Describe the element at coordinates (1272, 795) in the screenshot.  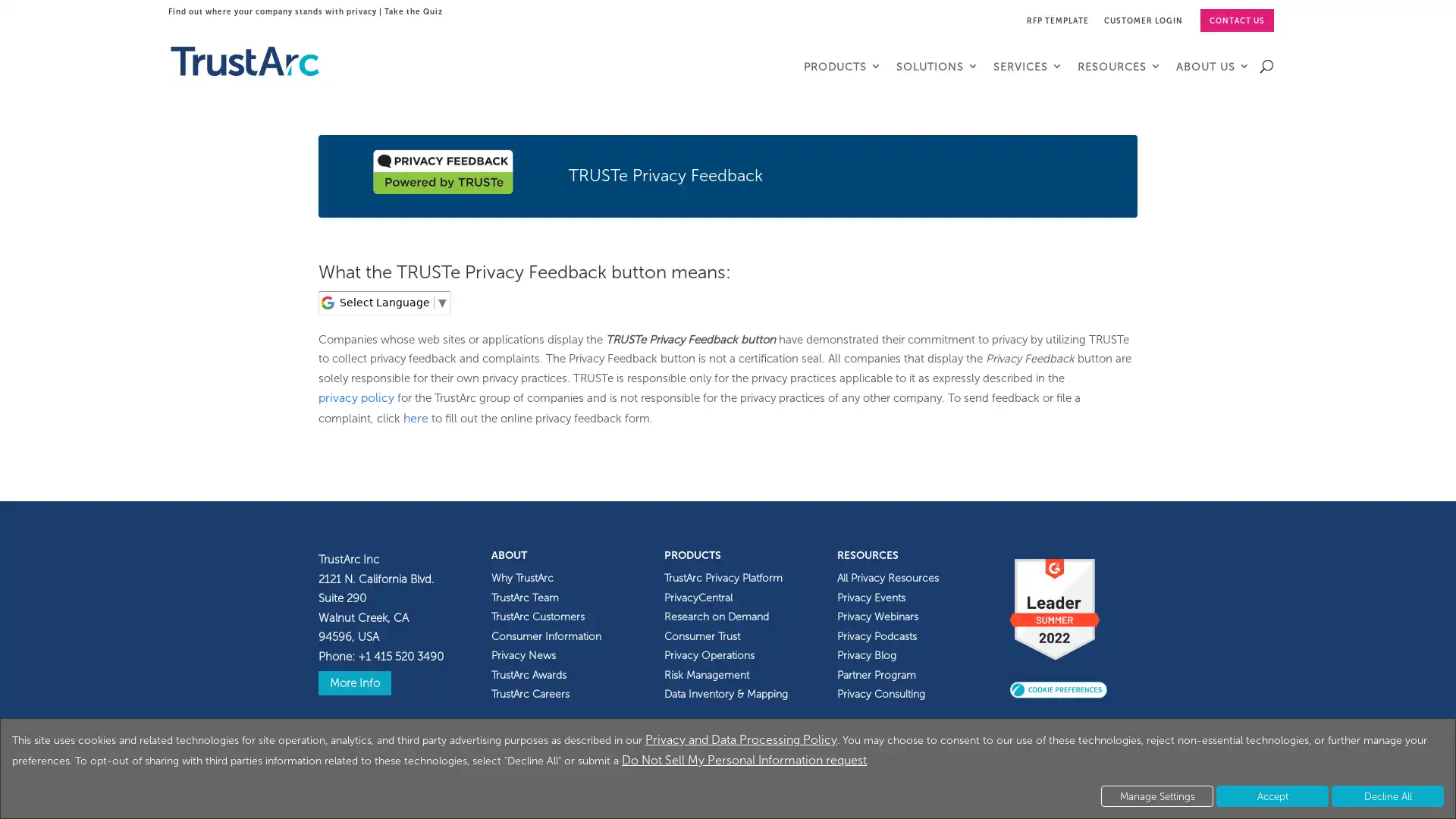
I see `Accept` at that location.